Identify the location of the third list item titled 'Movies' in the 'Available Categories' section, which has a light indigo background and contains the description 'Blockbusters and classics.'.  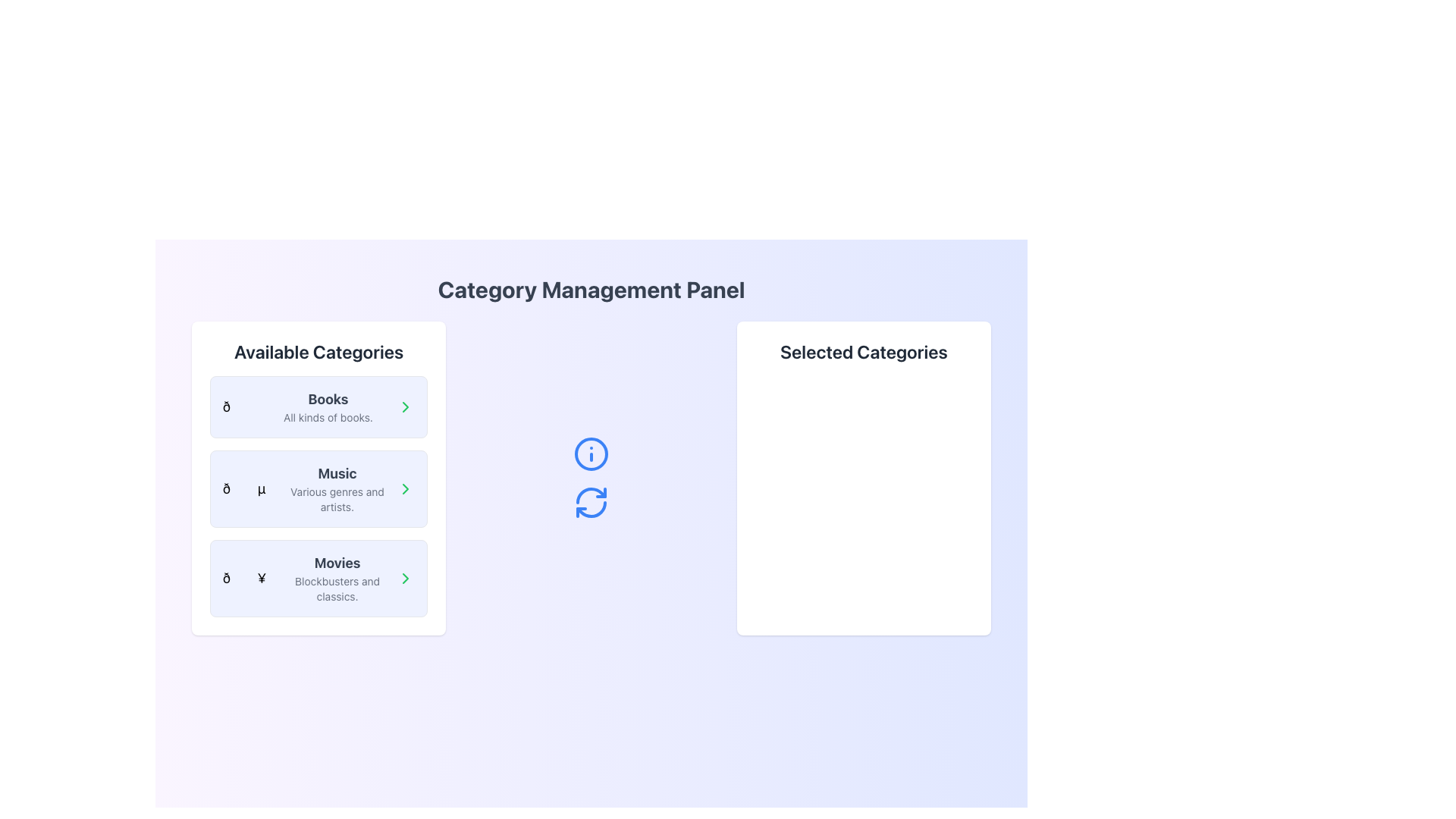
(318, 579).